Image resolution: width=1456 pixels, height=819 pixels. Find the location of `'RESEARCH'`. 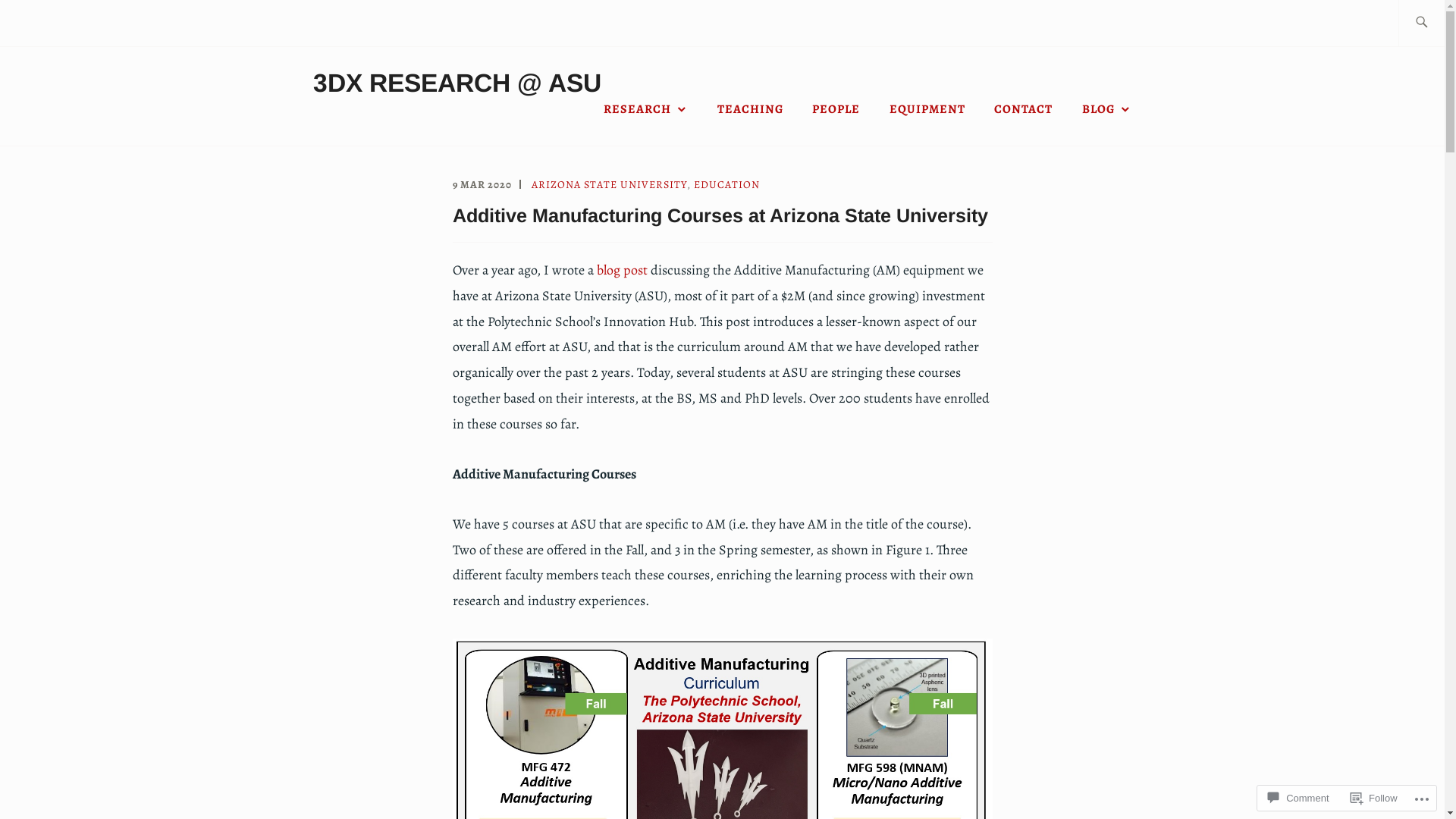

'RESEARCH' is located at coordinates (603, 108).